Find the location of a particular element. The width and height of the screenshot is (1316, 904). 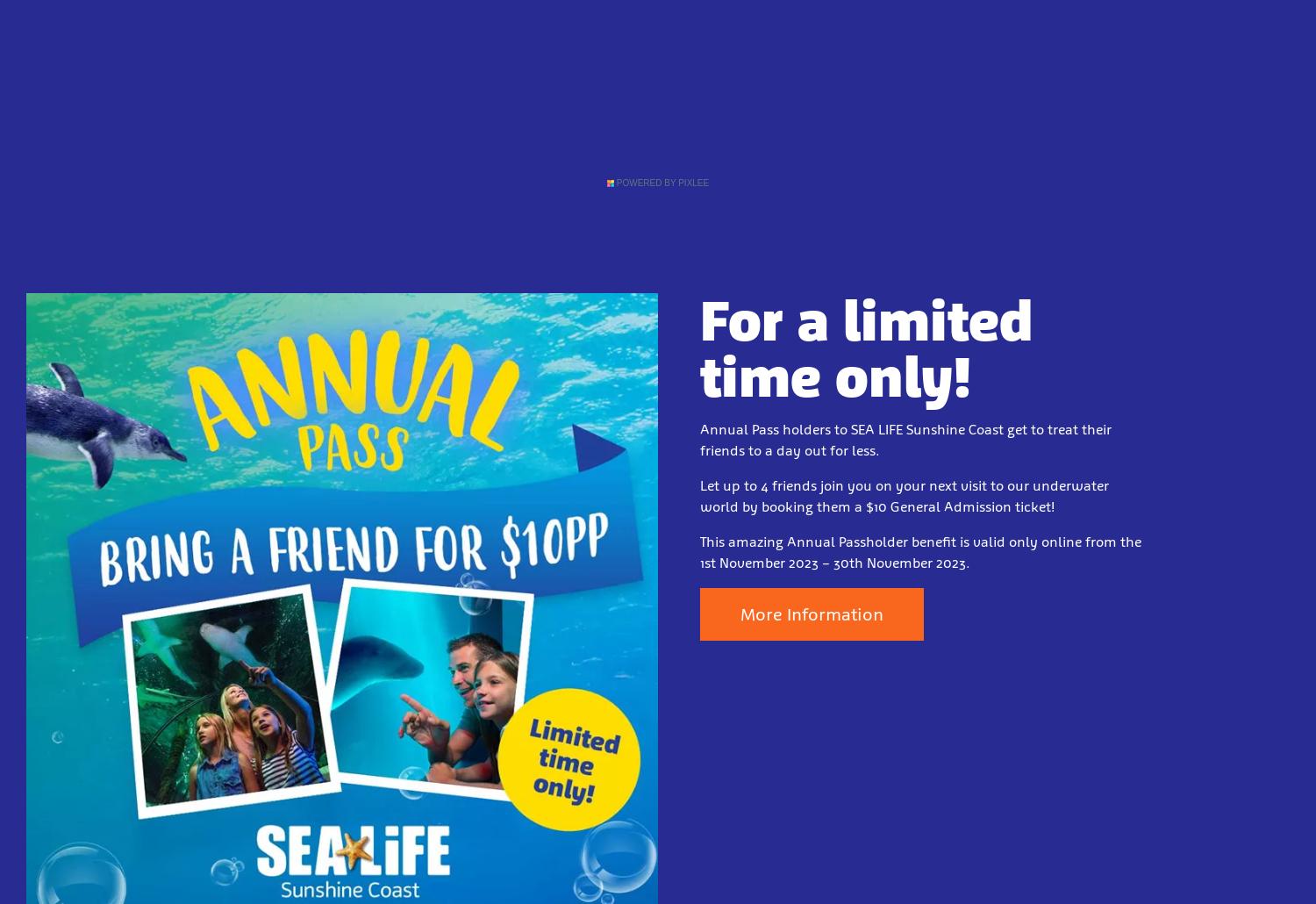

'Contact Us' is located at coordinates (758, 126).